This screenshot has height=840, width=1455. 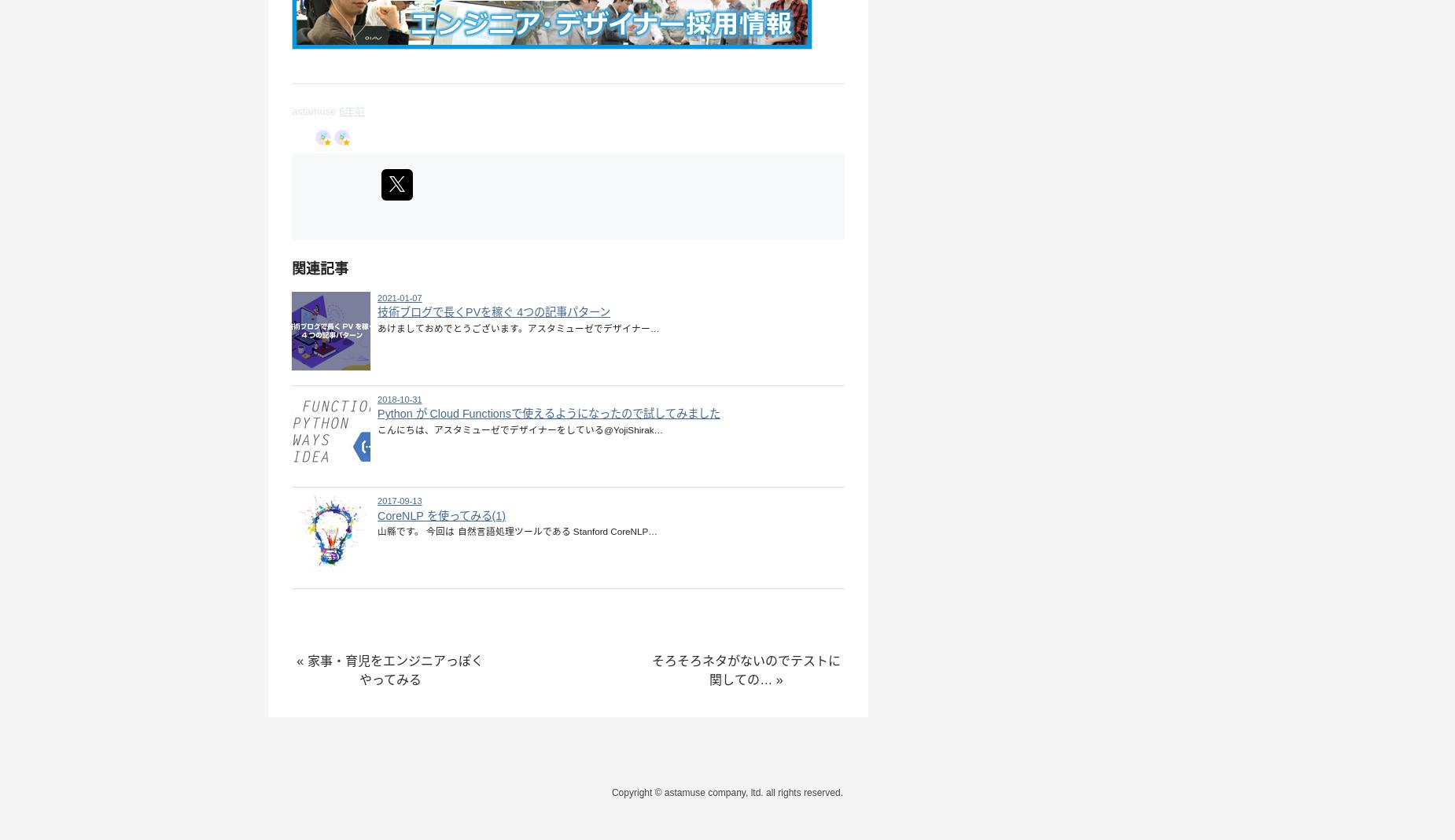 I want to click on 'astamuse', so click(x=290, y=110).